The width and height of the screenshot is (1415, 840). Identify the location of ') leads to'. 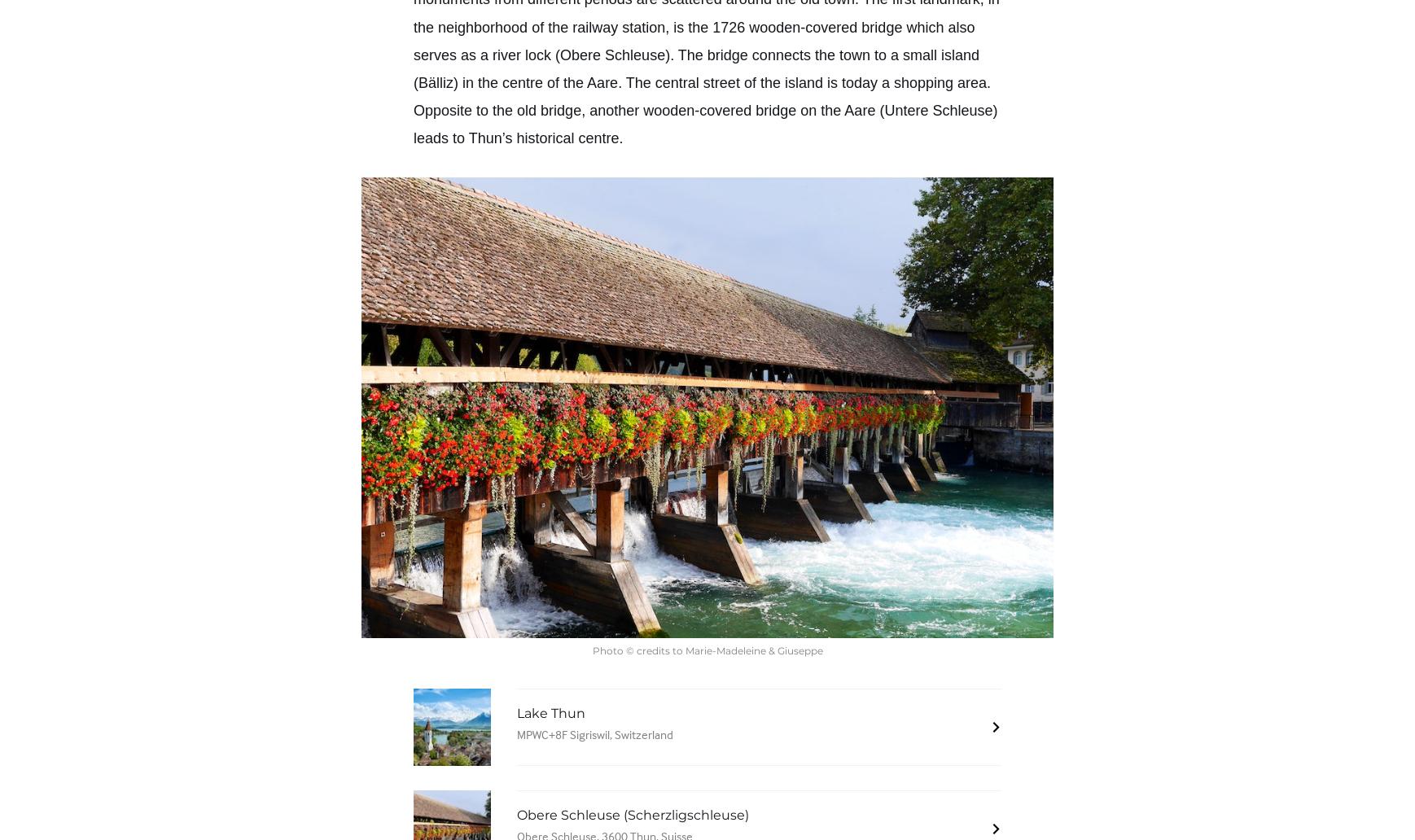
(414, 124).